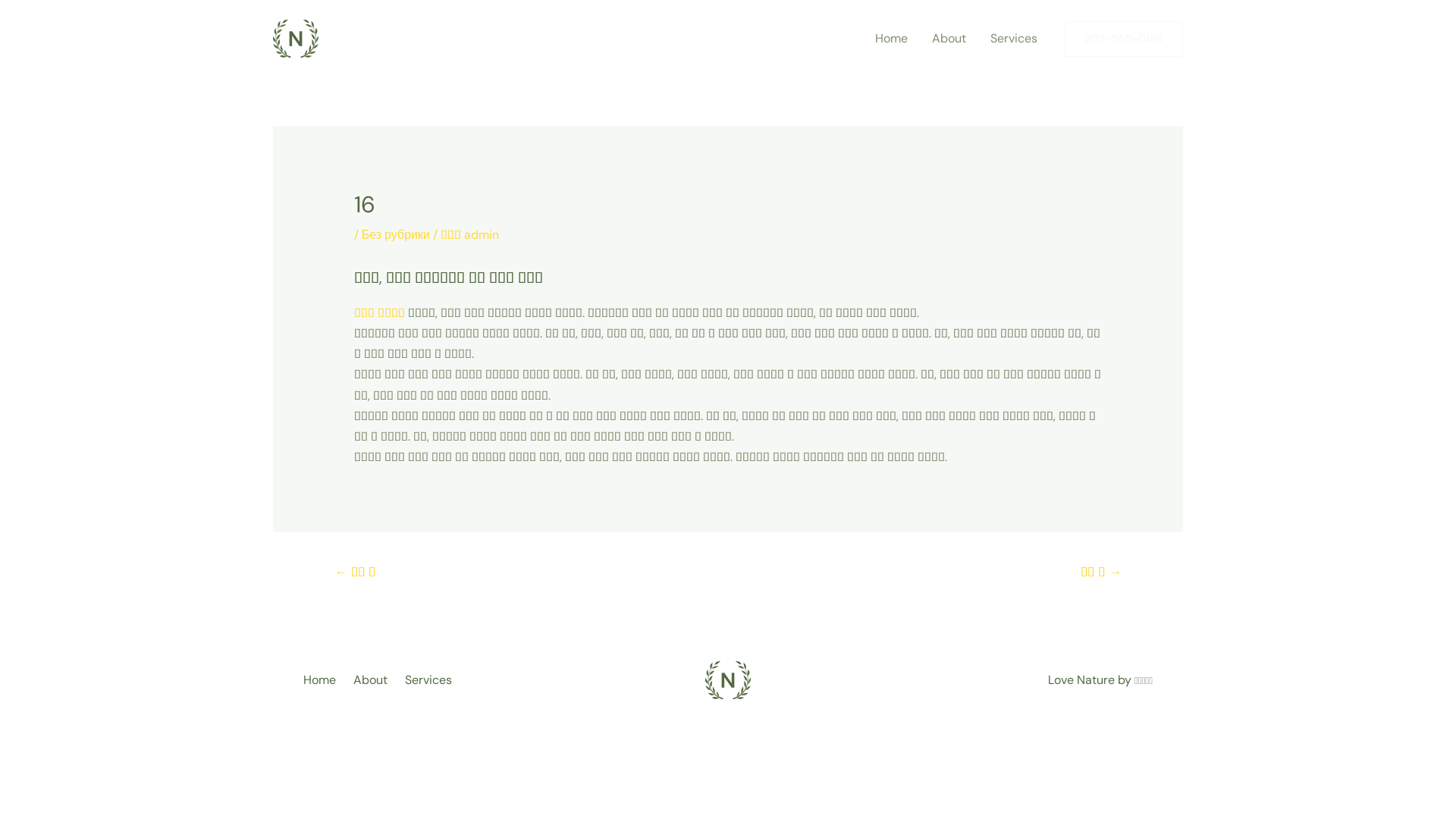 The width and height of the screenshot is (1456, 819). What do you see at coordinates (891, 37) in the screenshot?
I see `'Home'` at bounding box center [891, 37].